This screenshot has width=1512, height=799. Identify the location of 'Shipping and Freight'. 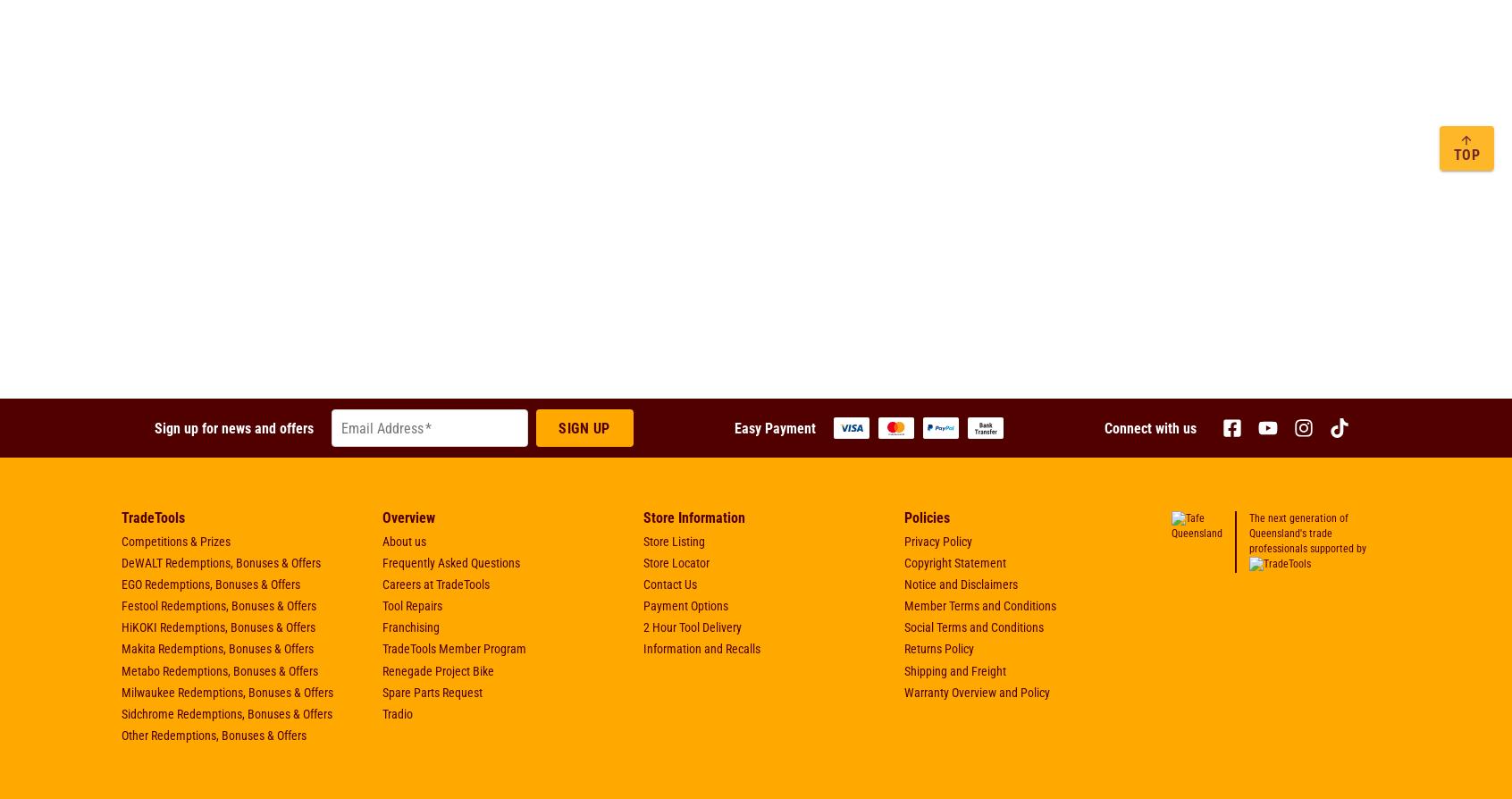
(955, 669).